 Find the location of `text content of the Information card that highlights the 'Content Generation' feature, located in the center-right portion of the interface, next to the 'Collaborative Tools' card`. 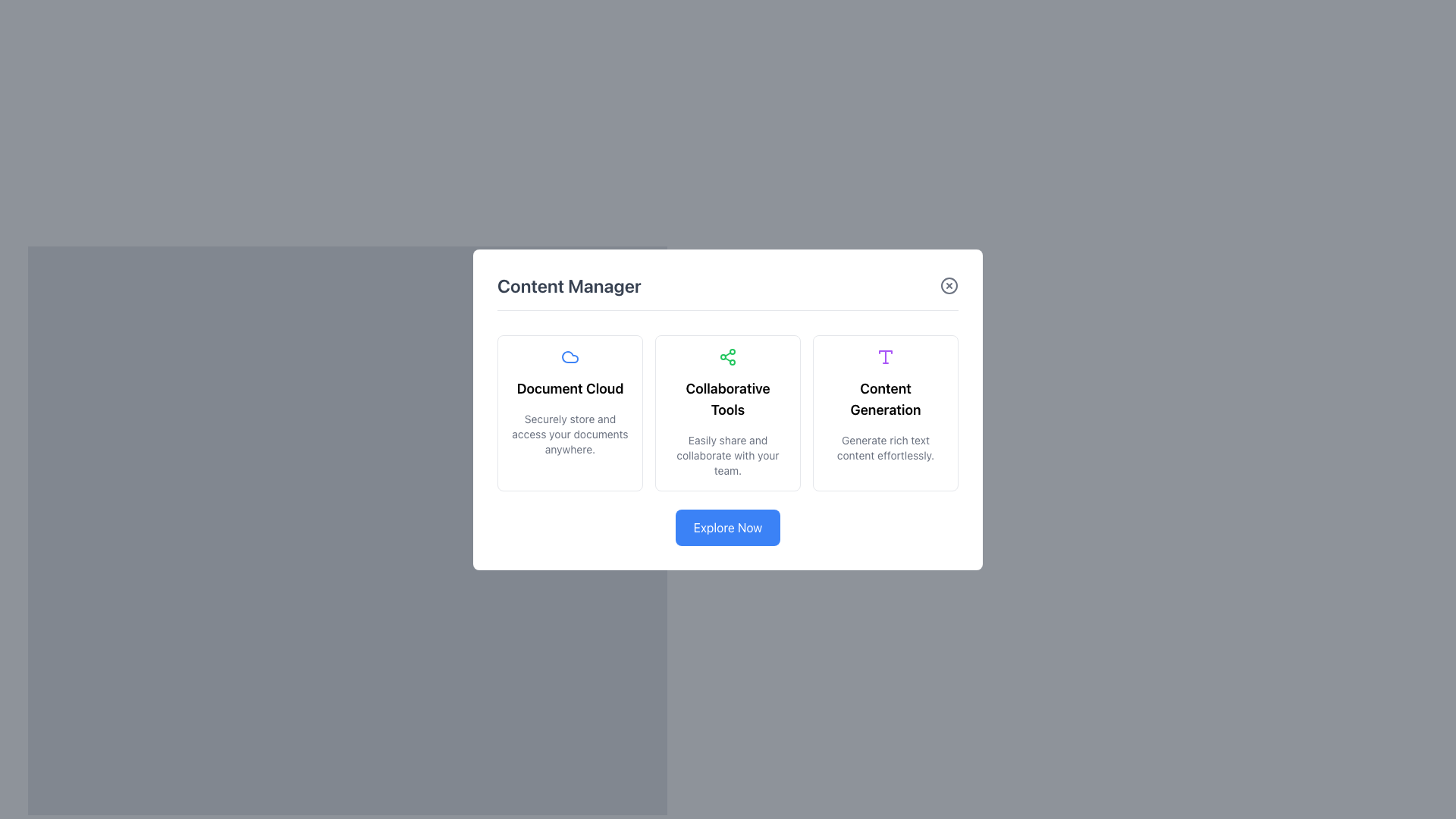

text content of the Information card that highlights the 'Content Generation' feature, located in the center-right portion of the interface, next to the 'Collaborative Tools' card is located at coordinates (885, 412).